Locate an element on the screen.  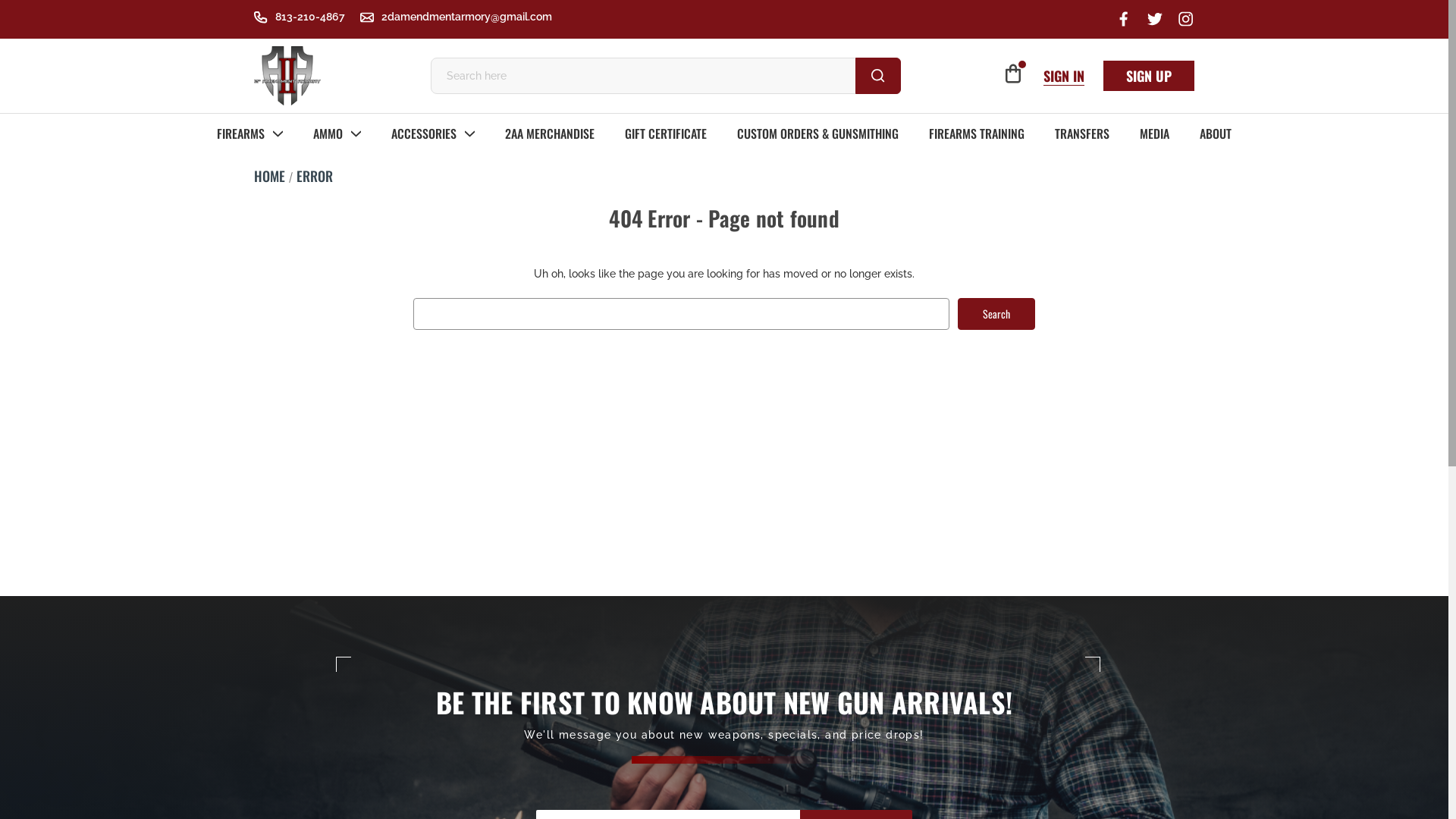
'2damendmentarmory@gmail.com' is located at coordinates (455, 17).